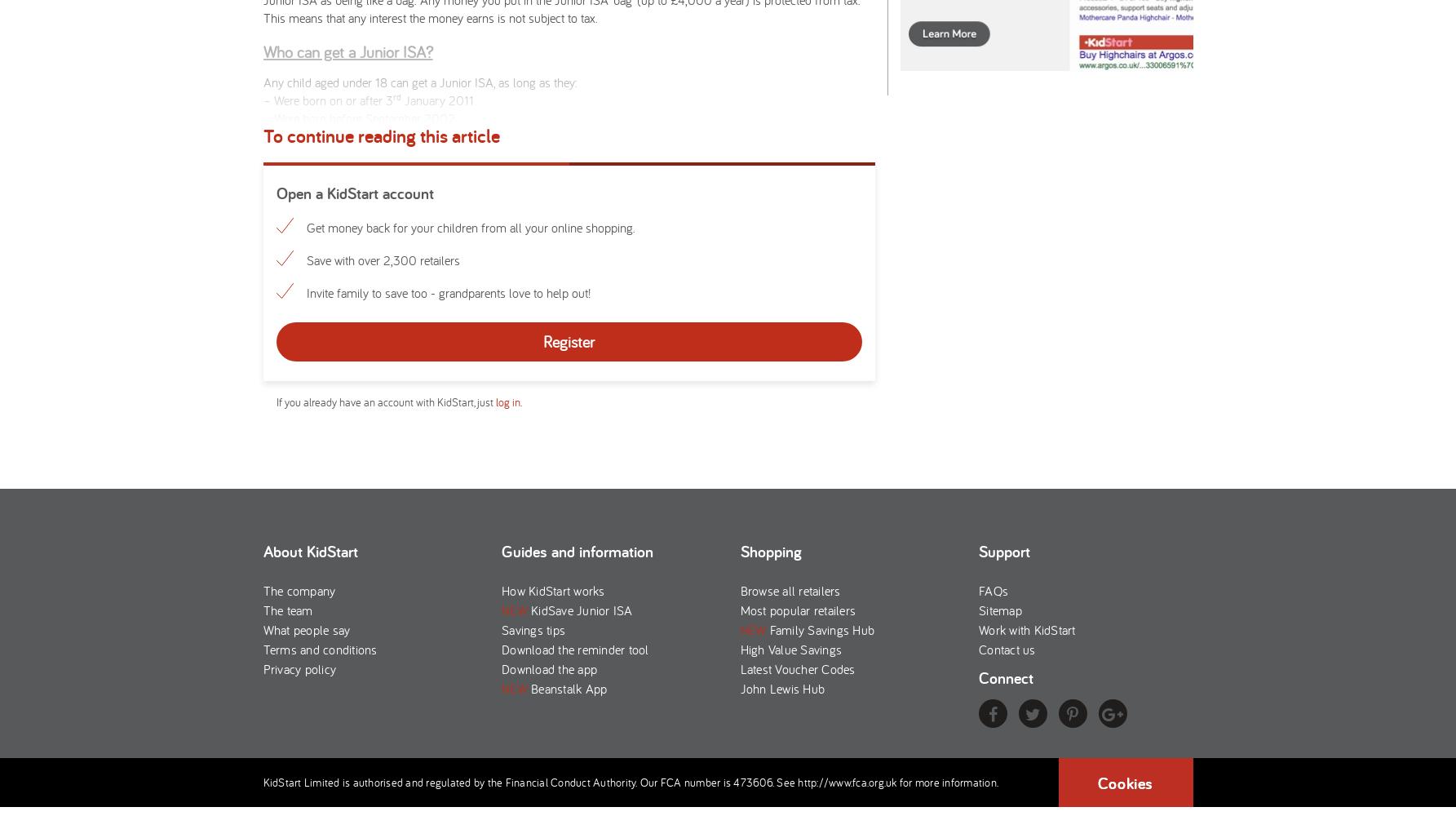 The width and height of the screenshot is (1456, 816). Describe the element at coordinates (533, 629) in the screenshot. I see `'Savings tips'` at that location.